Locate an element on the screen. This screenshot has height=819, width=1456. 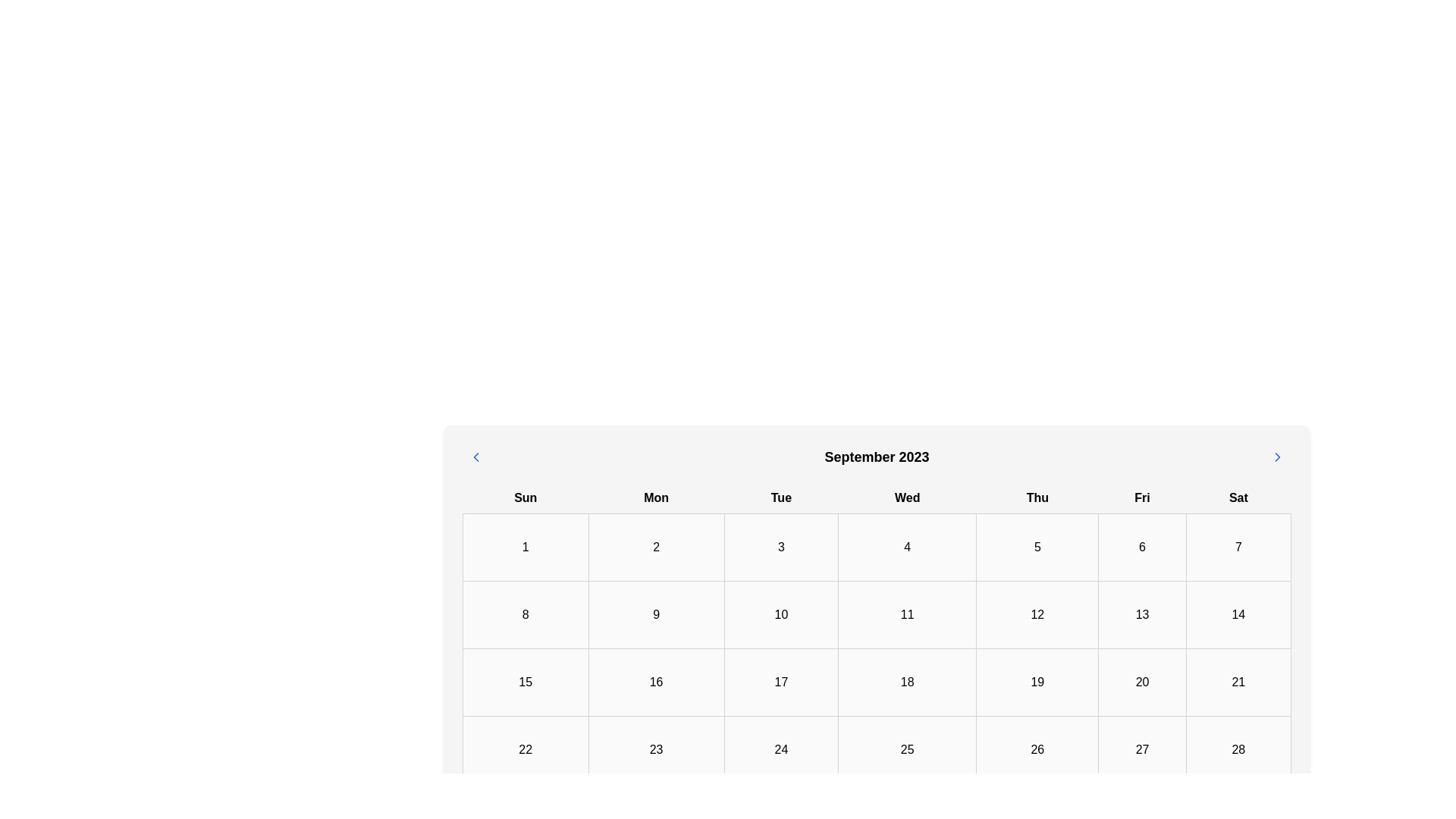
the button that represents the 25th date on the calendar is located at coordinates (907, 748).